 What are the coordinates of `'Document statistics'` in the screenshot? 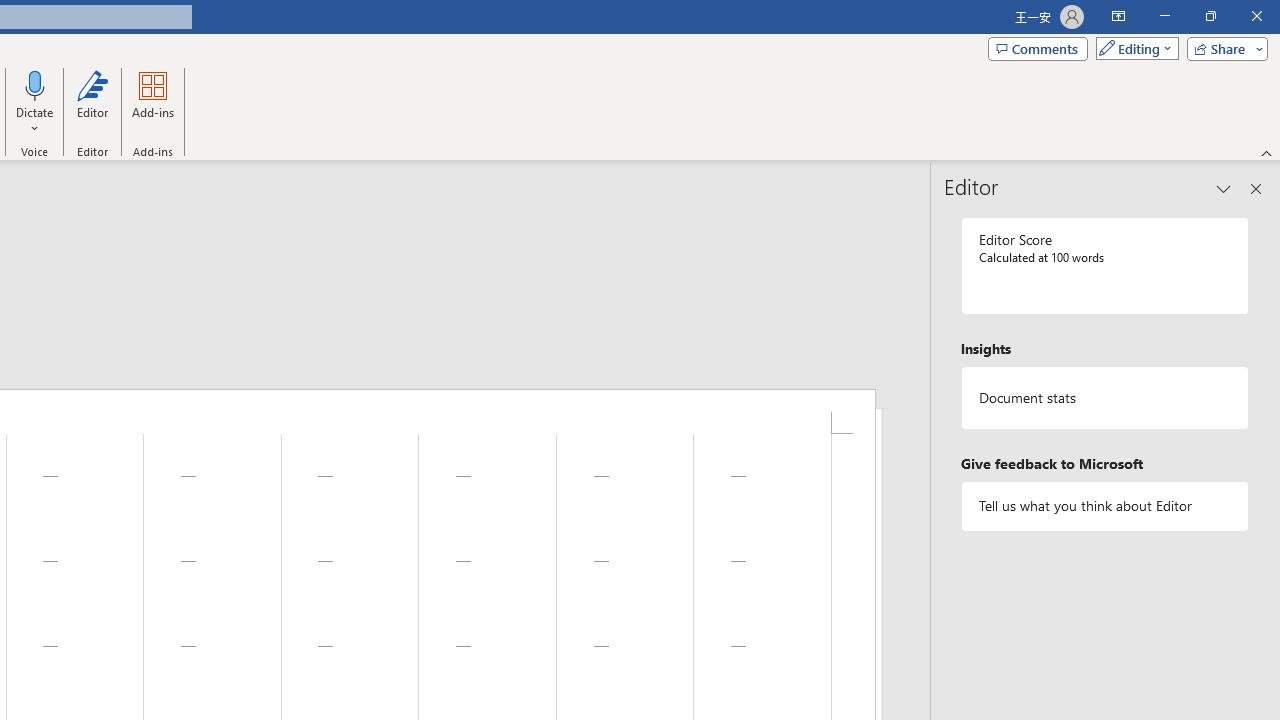 It's located at (1104, 398).